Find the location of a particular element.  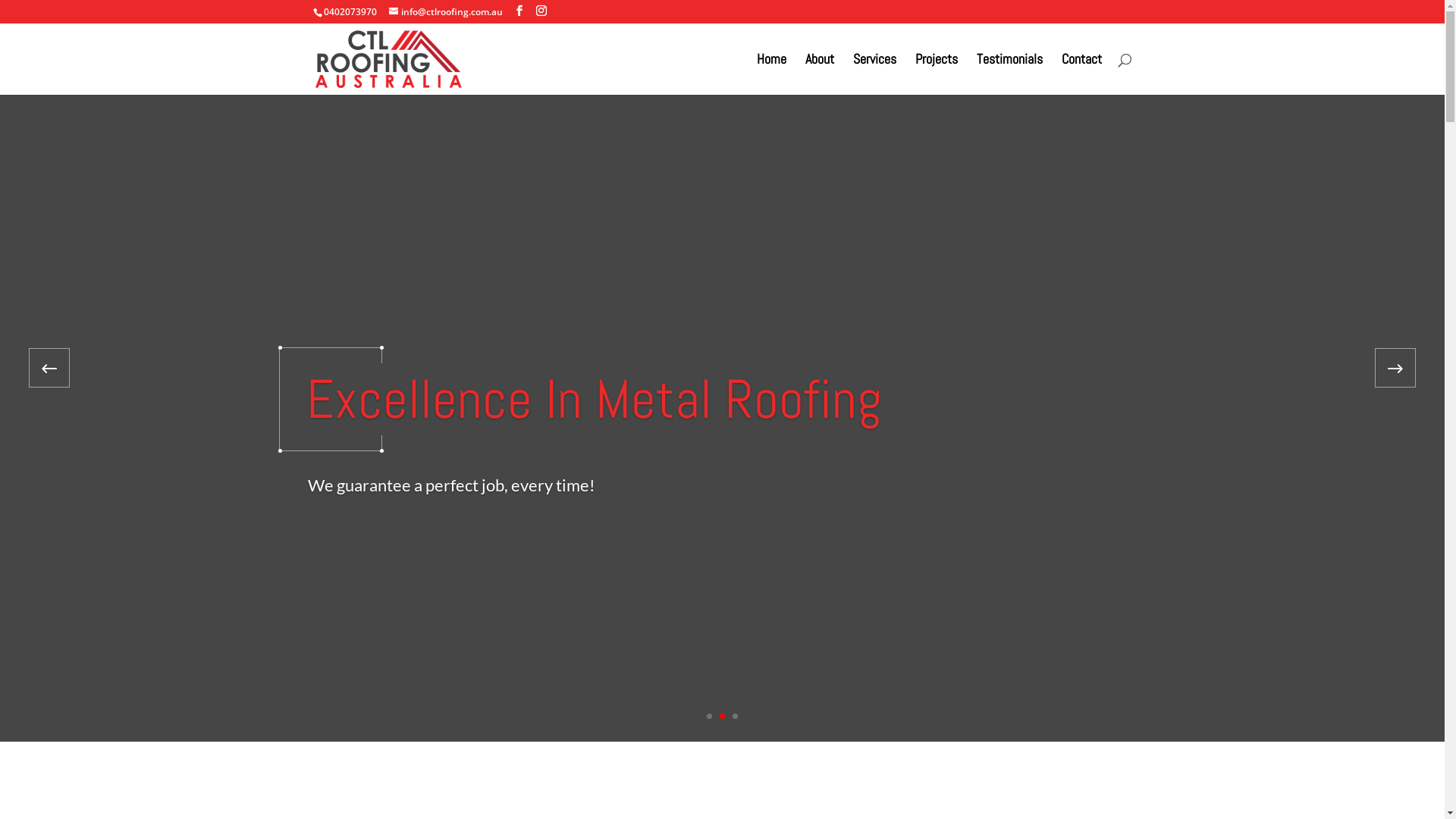

'2' is located at coordinates (721, 716).